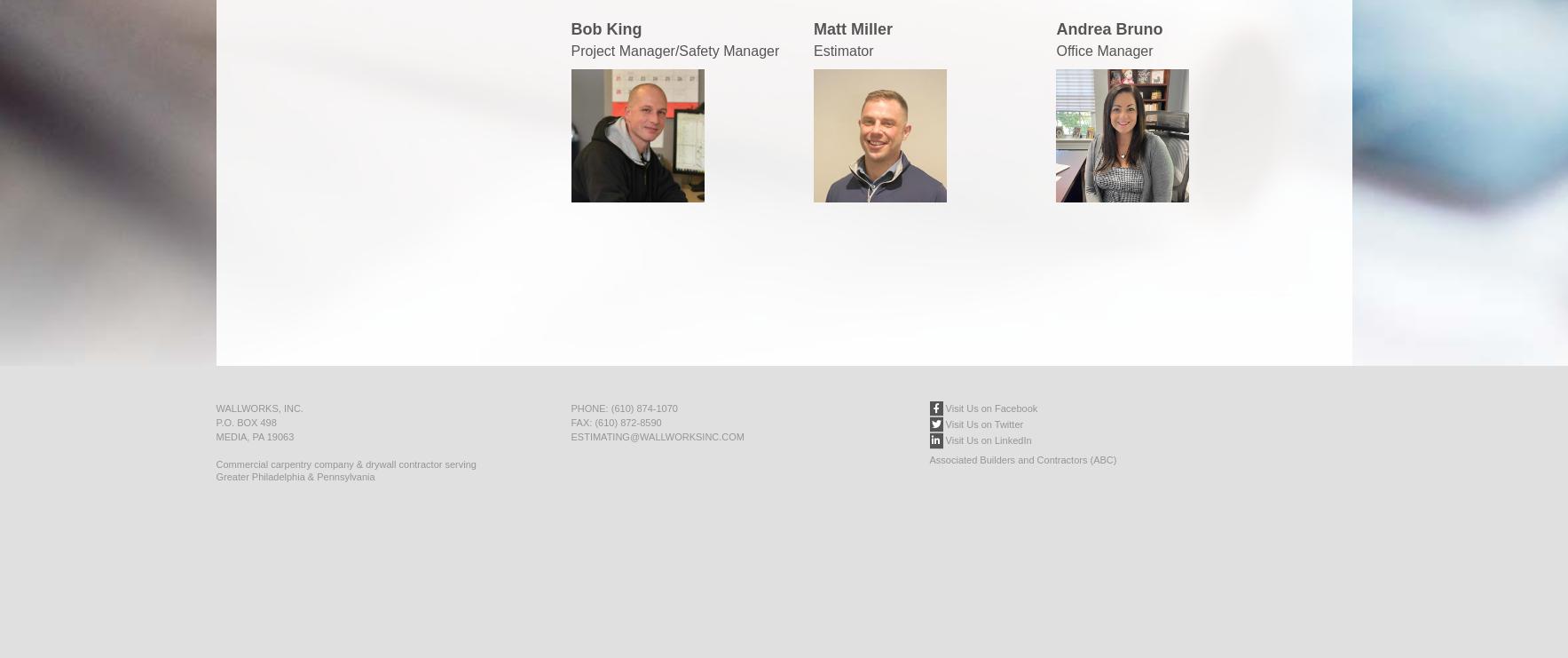 Image resolution: width=1568 pixels, height=658 pixels. Describe the element at coordinates (989, 408) in the screenshot. I see `'Visit Us on Facebook'` at that location.